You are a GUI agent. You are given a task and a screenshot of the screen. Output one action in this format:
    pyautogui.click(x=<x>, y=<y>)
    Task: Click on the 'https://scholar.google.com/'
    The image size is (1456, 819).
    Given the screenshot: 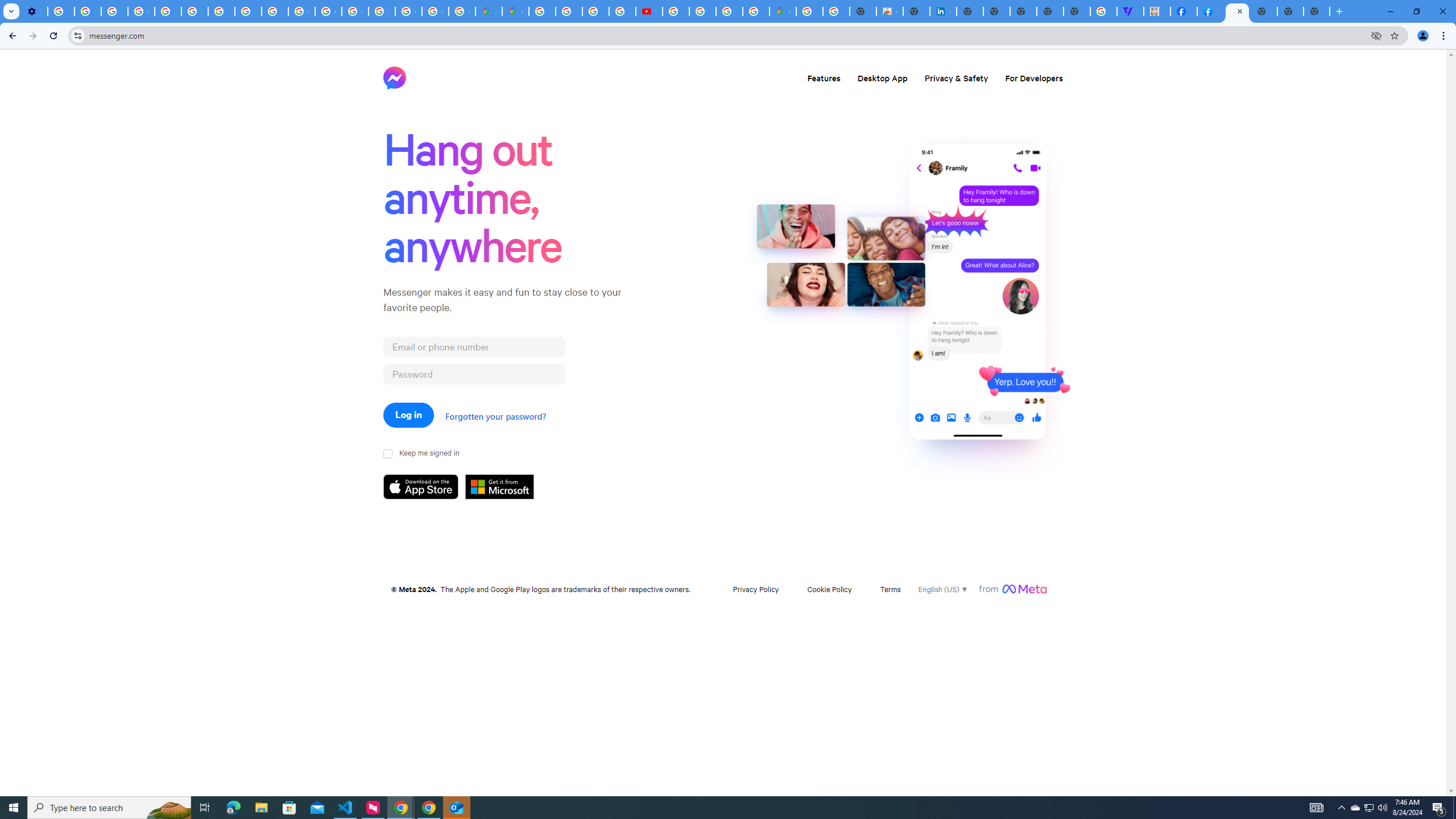 What is the action you would take?
    pyautogui.click(x=221, y=11)
    